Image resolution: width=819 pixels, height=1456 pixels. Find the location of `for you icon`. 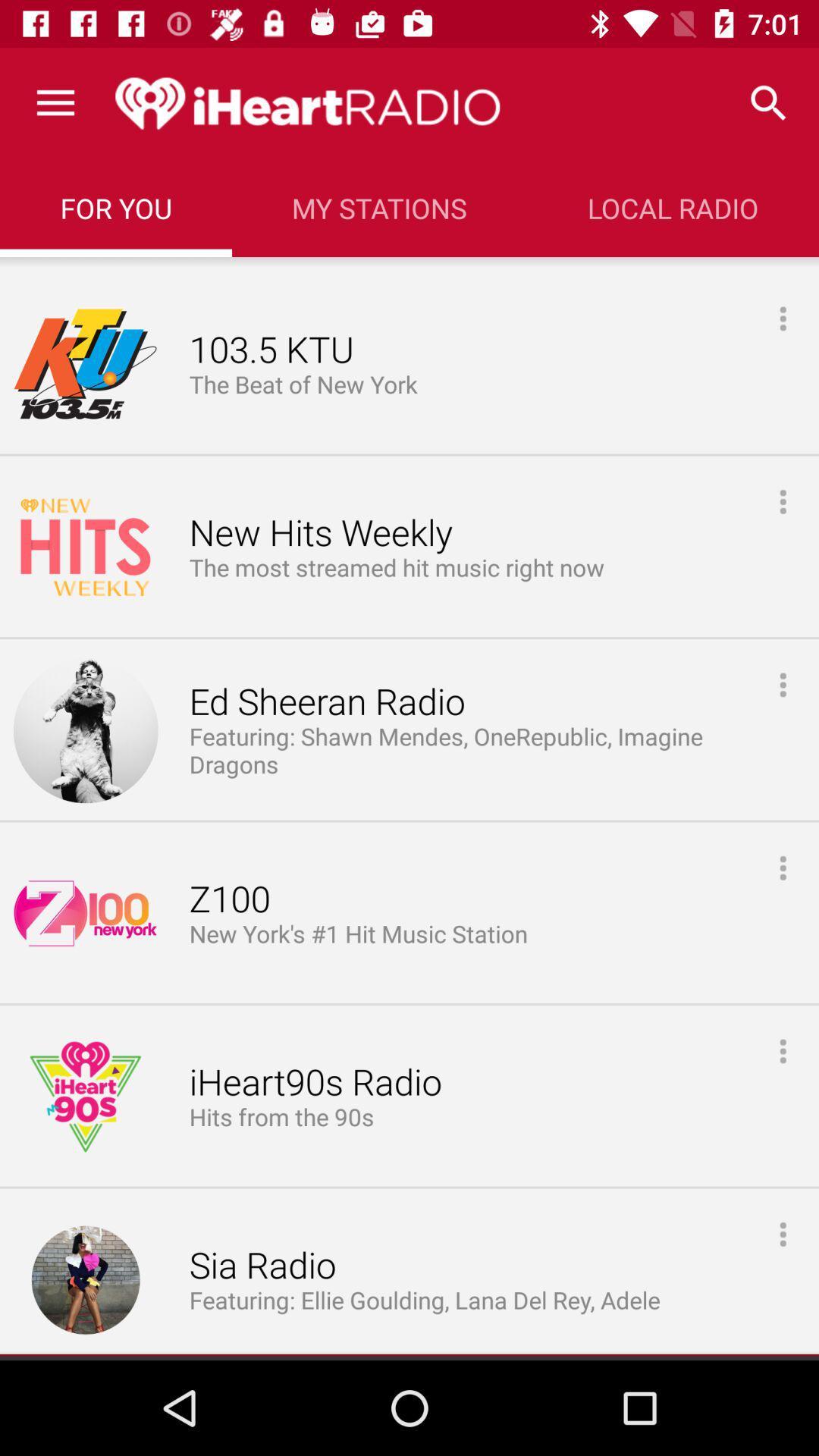

for you icon is located at coordinates (115, 207).